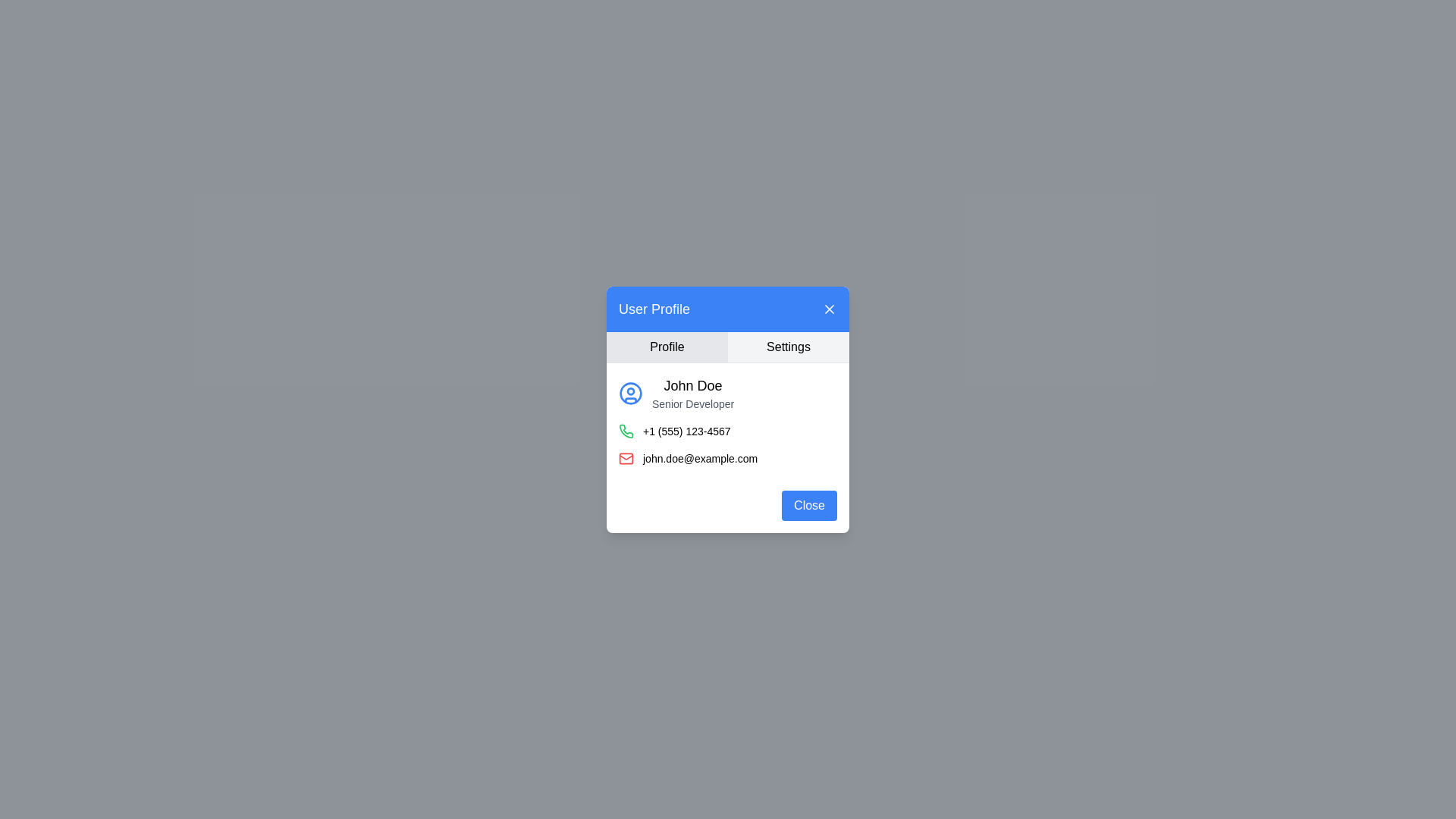 The height and width of the screenshot is (819, 1456). What do you see at coordinates (626, 457) in the screenshot?
I see `the red envelope icon located in the lower section of the 'User Profile' dialog, next to the email address` at bounding box center [626, 457].